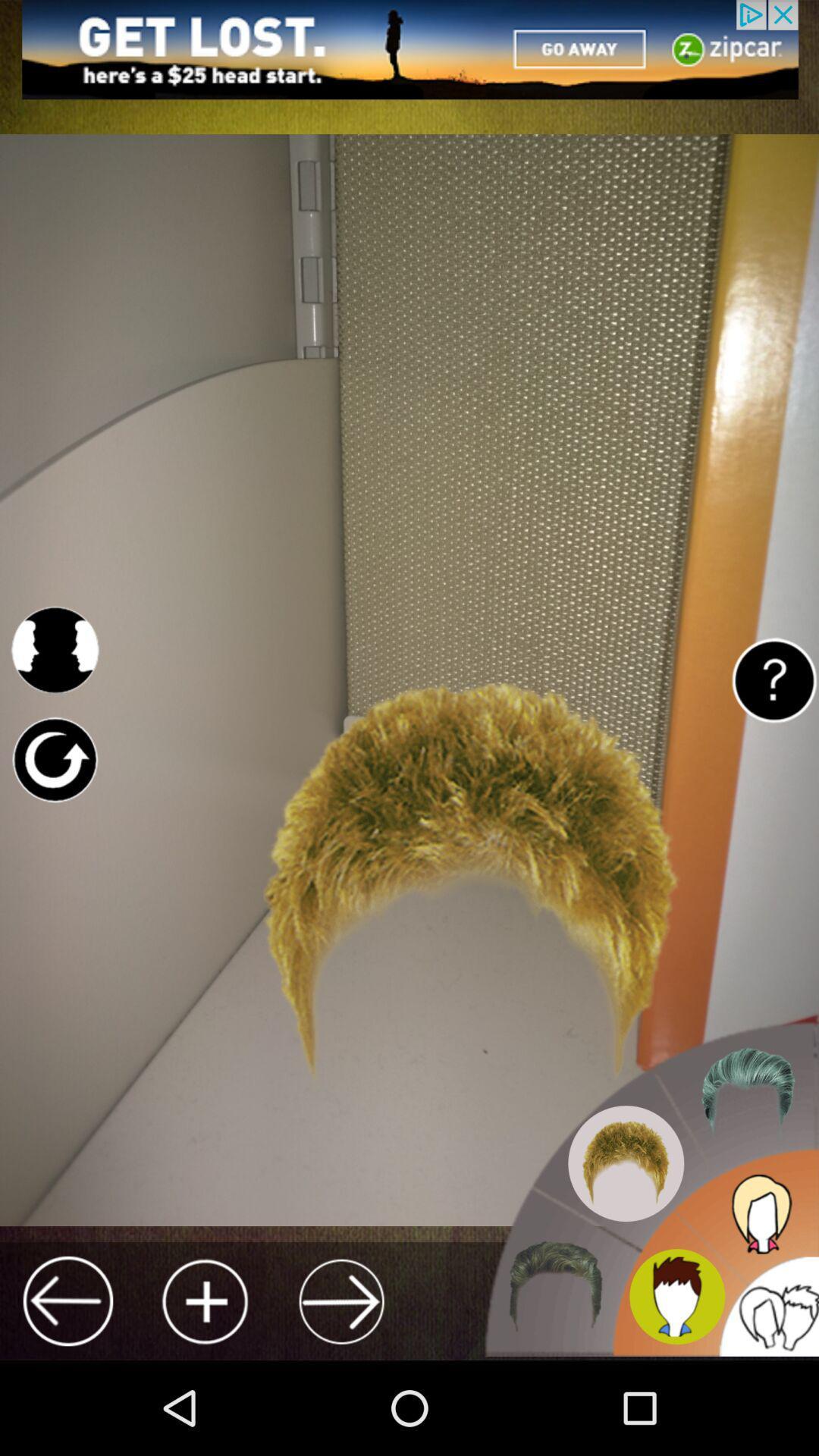 Image resolution: width=819 pixels, height=1456 pixels. Describe the element at coordinates (67, 1301) in the screenshot. I see `go back` at that location.